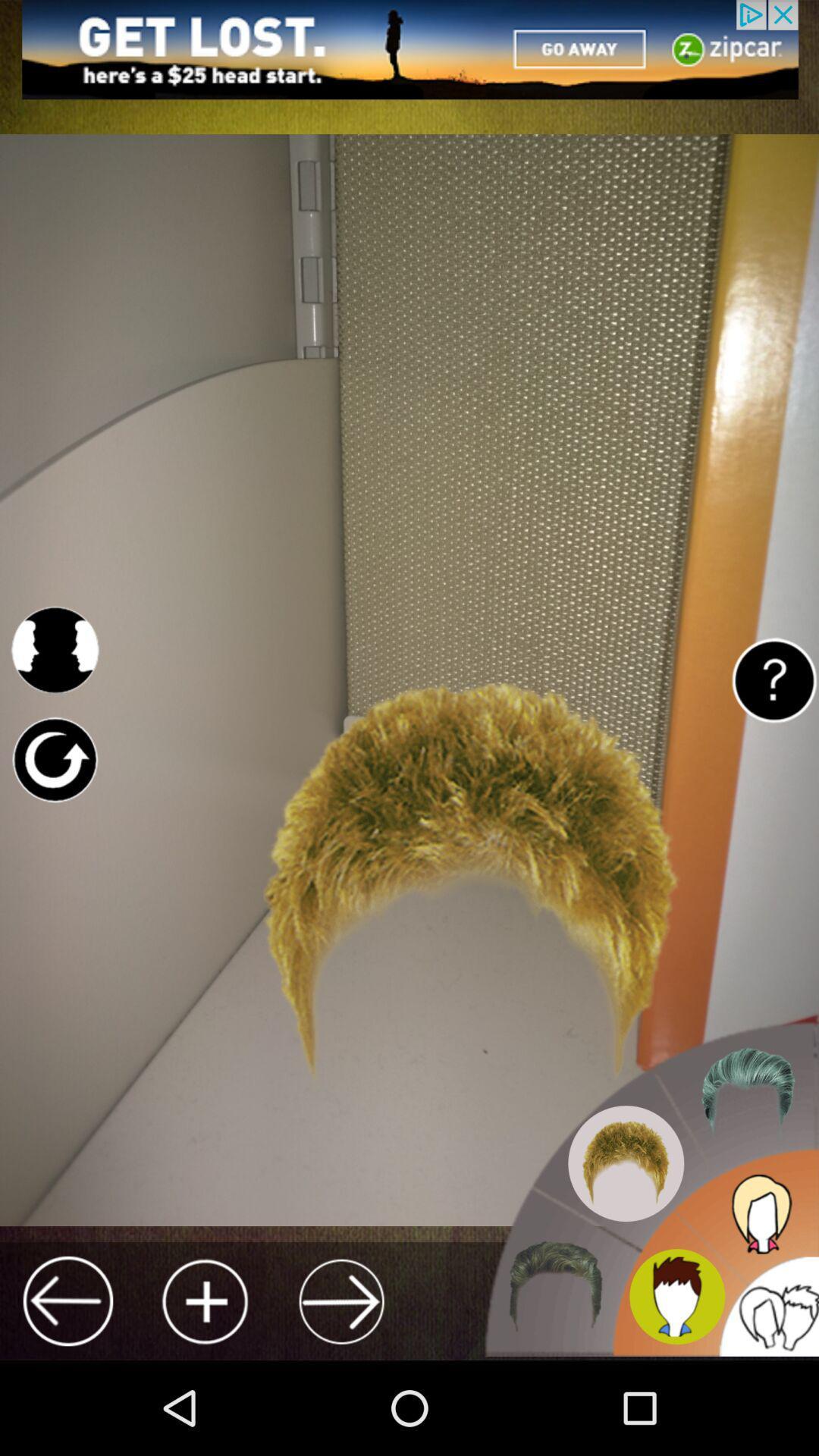 Image resolution: width=819 pixels, height=1456 pixels. Describe the element at coordinates (67, 1301) in the screenshot. I see `go back` at that location.